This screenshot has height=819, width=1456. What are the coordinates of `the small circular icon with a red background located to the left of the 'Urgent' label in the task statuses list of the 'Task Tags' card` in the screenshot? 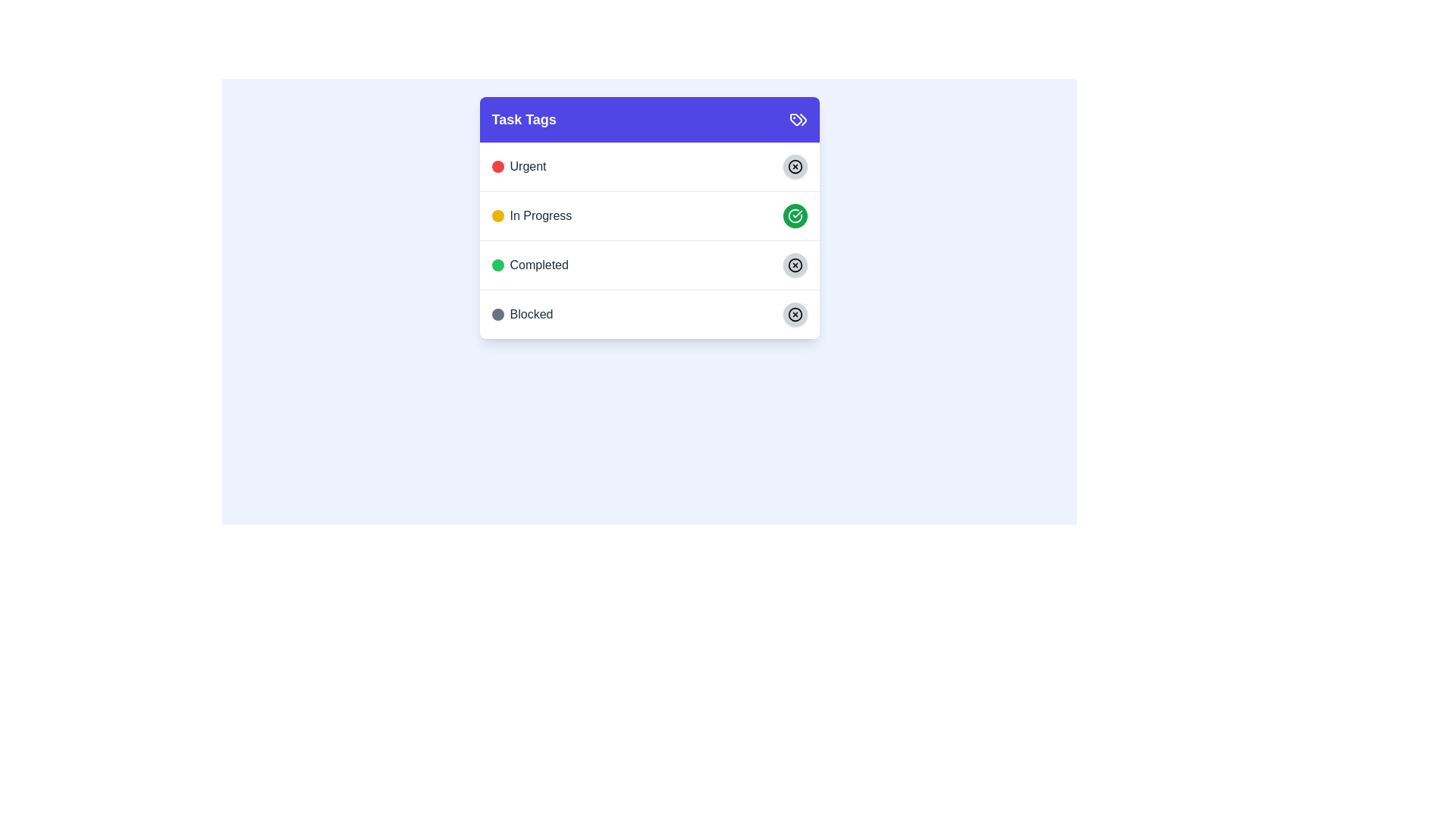 It's located at (497, 166).